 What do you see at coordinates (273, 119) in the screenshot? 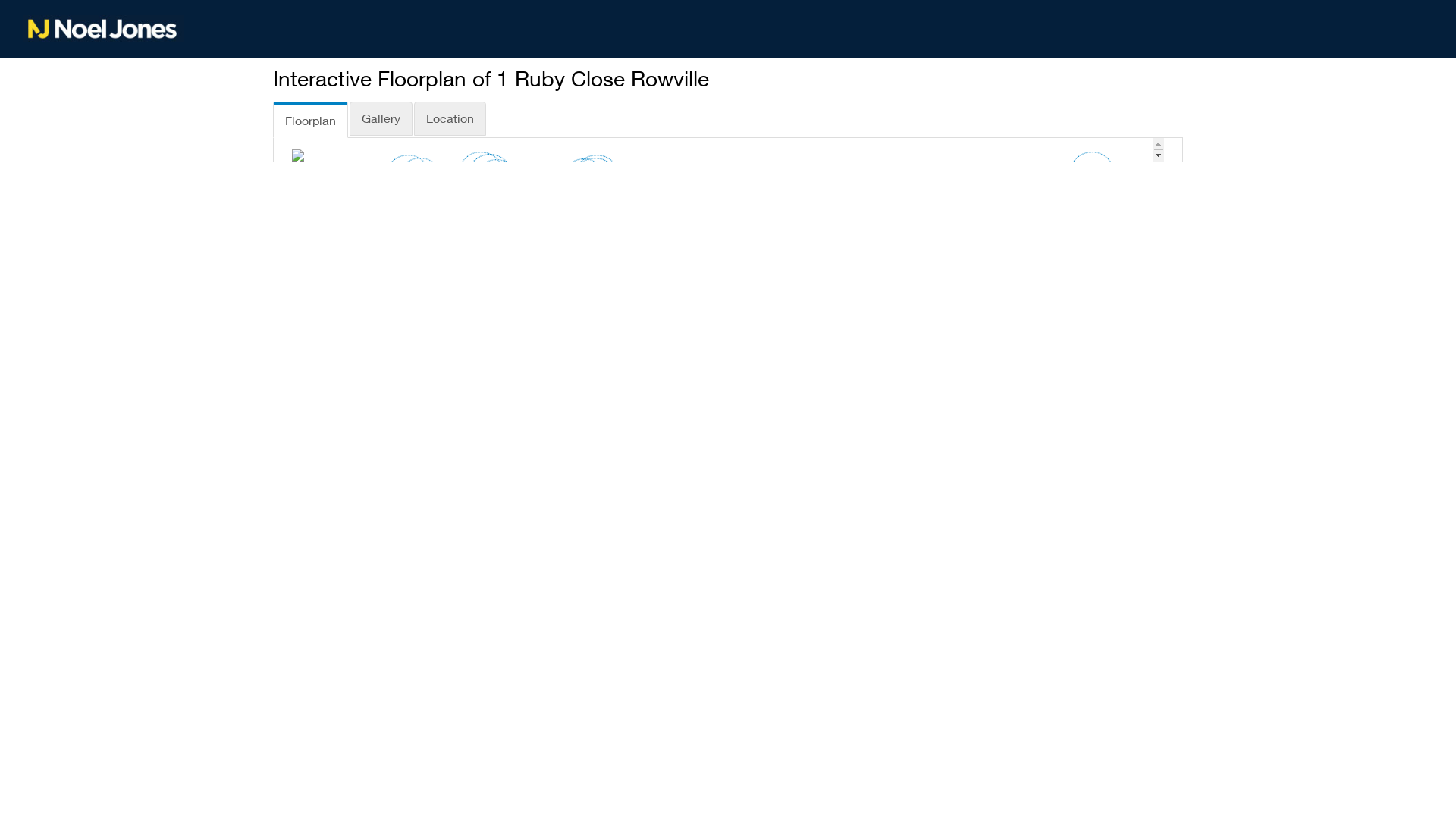
I see `'Floorplan'` at bounding box center [273, 119].